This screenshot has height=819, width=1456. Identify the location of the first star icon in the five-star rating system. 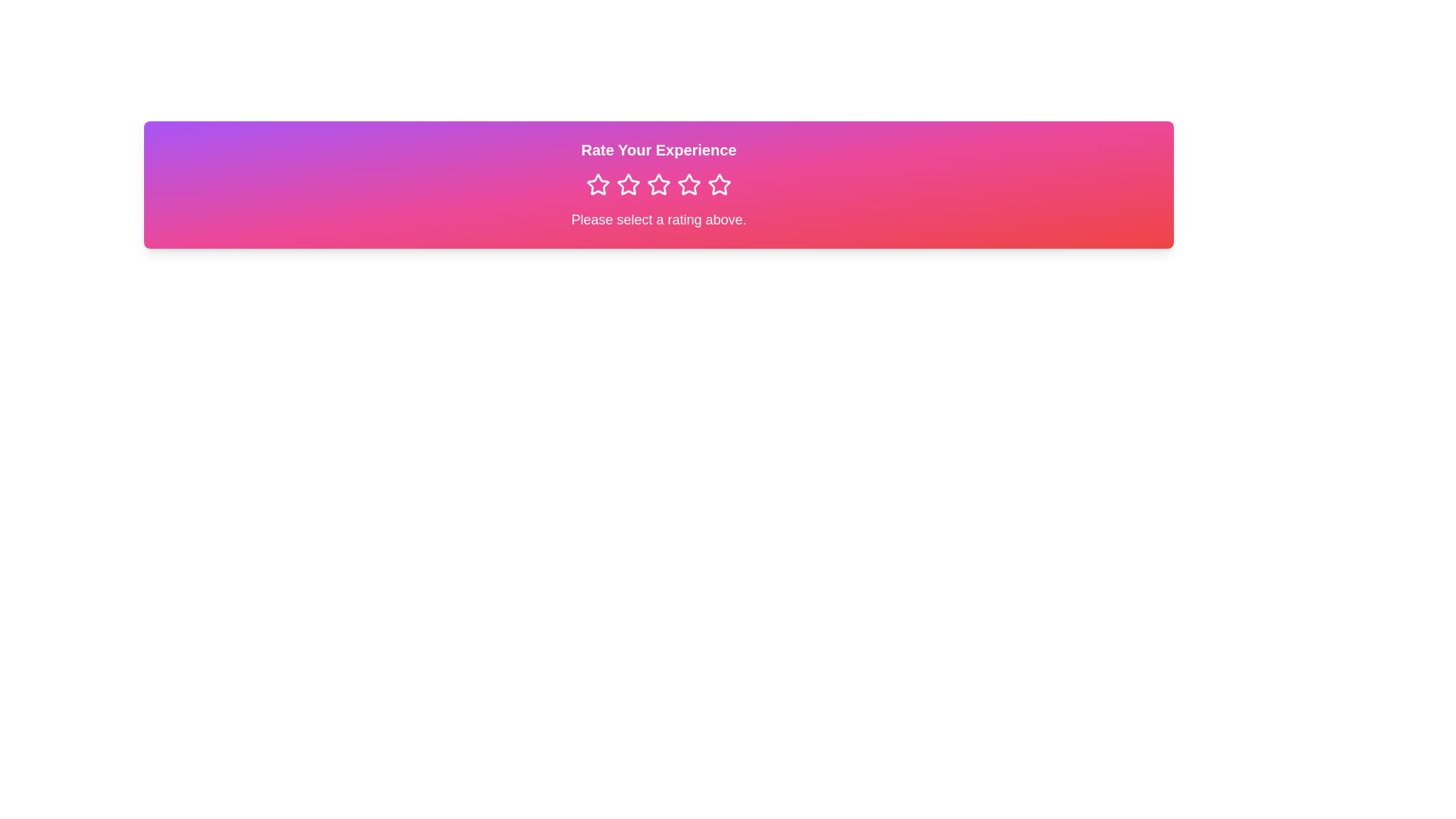
(597, 184).